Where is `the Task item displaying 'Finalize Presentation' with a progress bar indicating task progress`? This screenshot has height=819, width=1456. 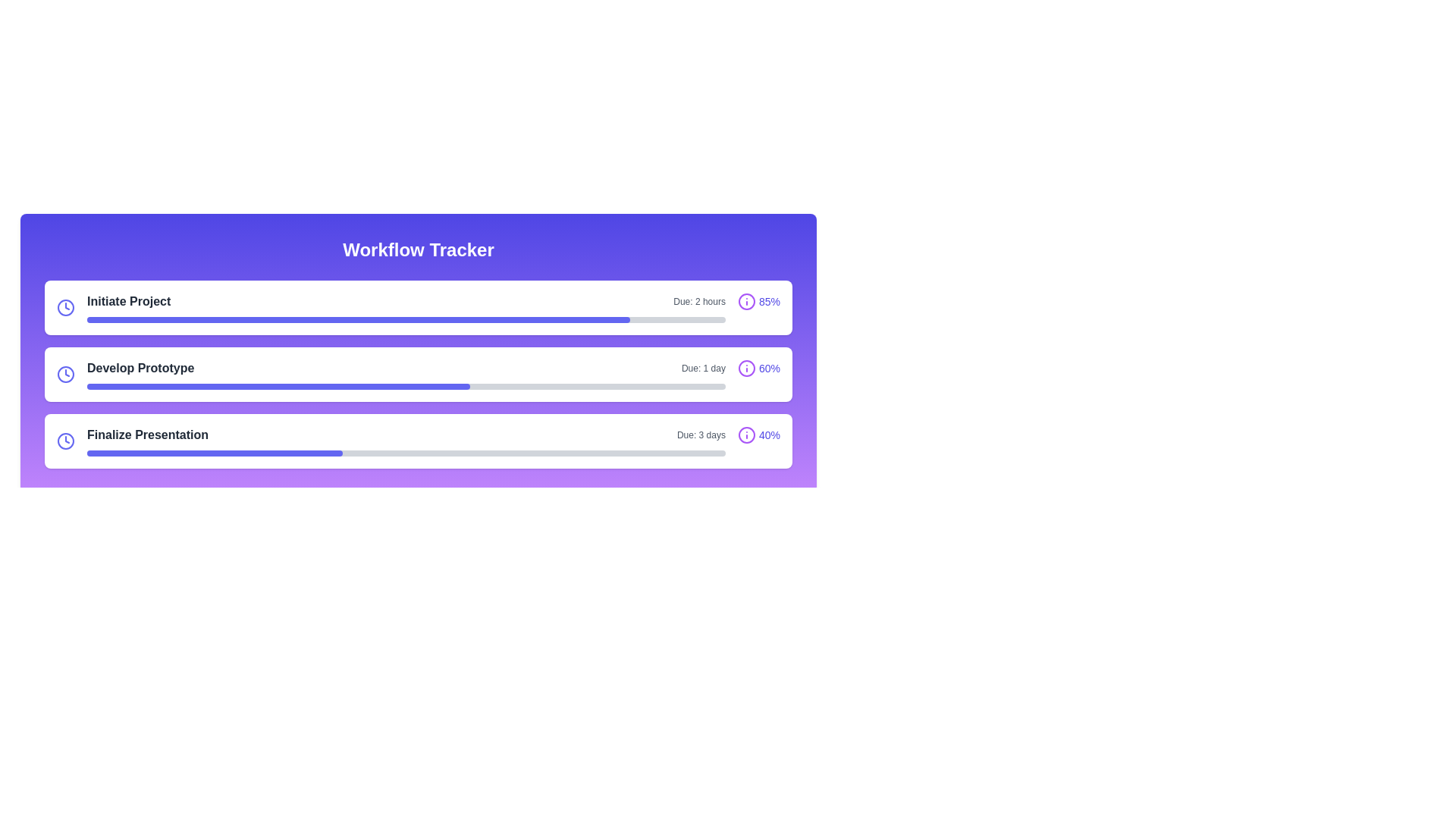
the Task item displaying 'Finalize Presentation' with a progress bar indicating task progress is located at coordinates (406, 441).